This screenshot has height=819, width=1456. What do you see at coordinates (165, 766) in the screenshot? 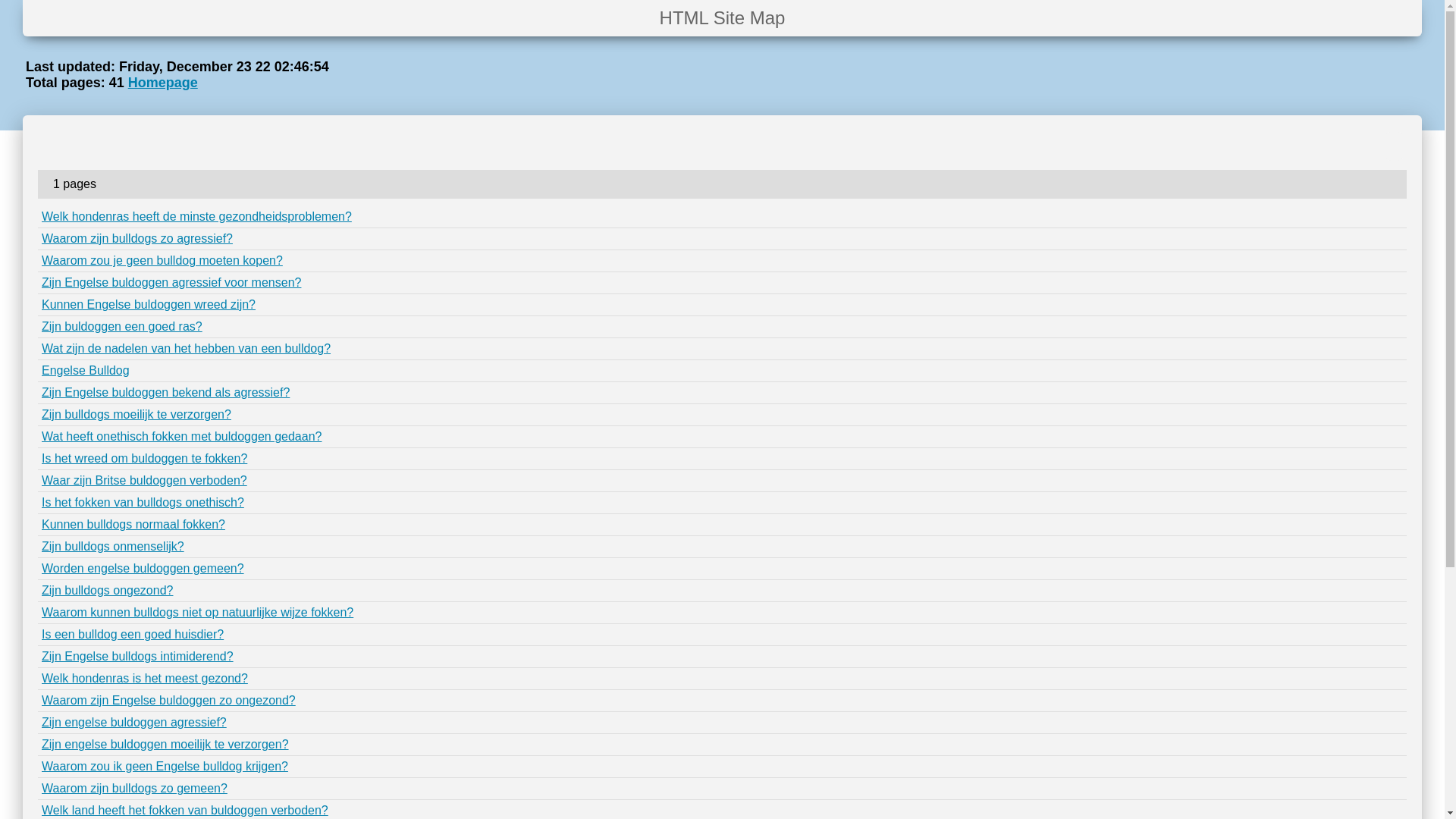
I see `'Waarom zou ik geen Engelse bulldog krijgen?'` at bounding box center [165, 766].